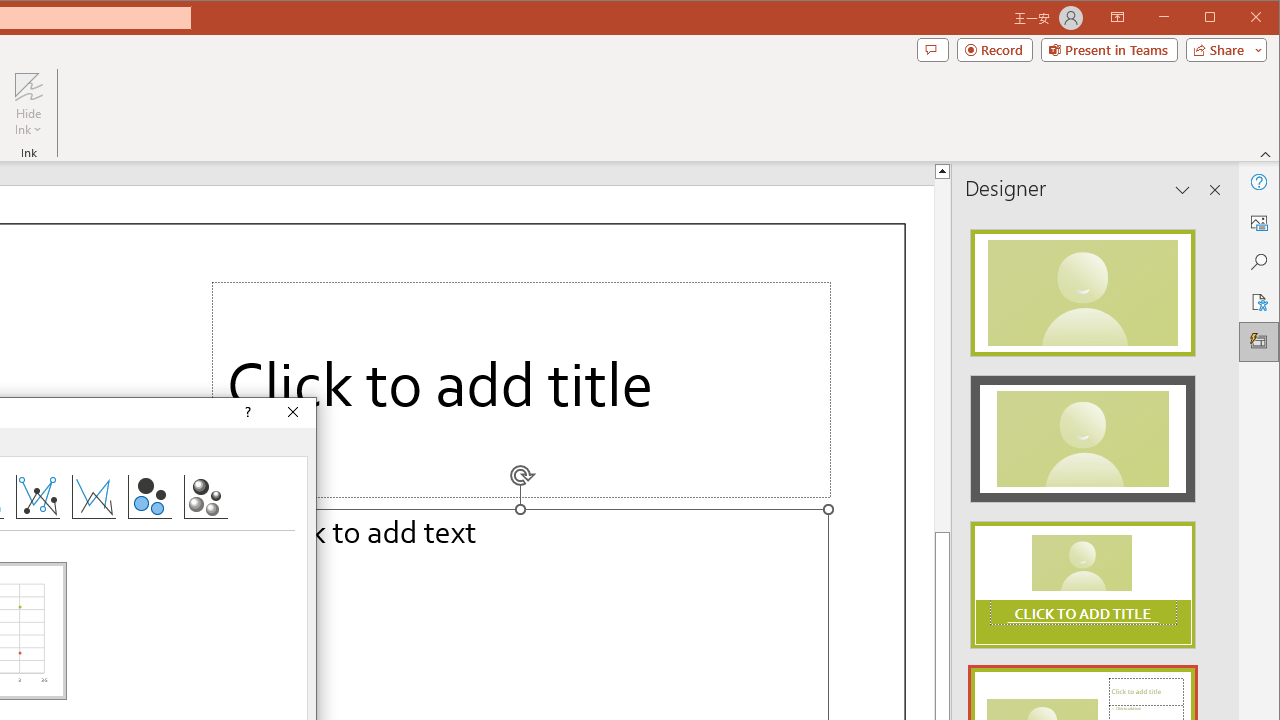 The image size is (1280, 720). I want to click on 'Scatter with Straight Lines', so click(93, 495).